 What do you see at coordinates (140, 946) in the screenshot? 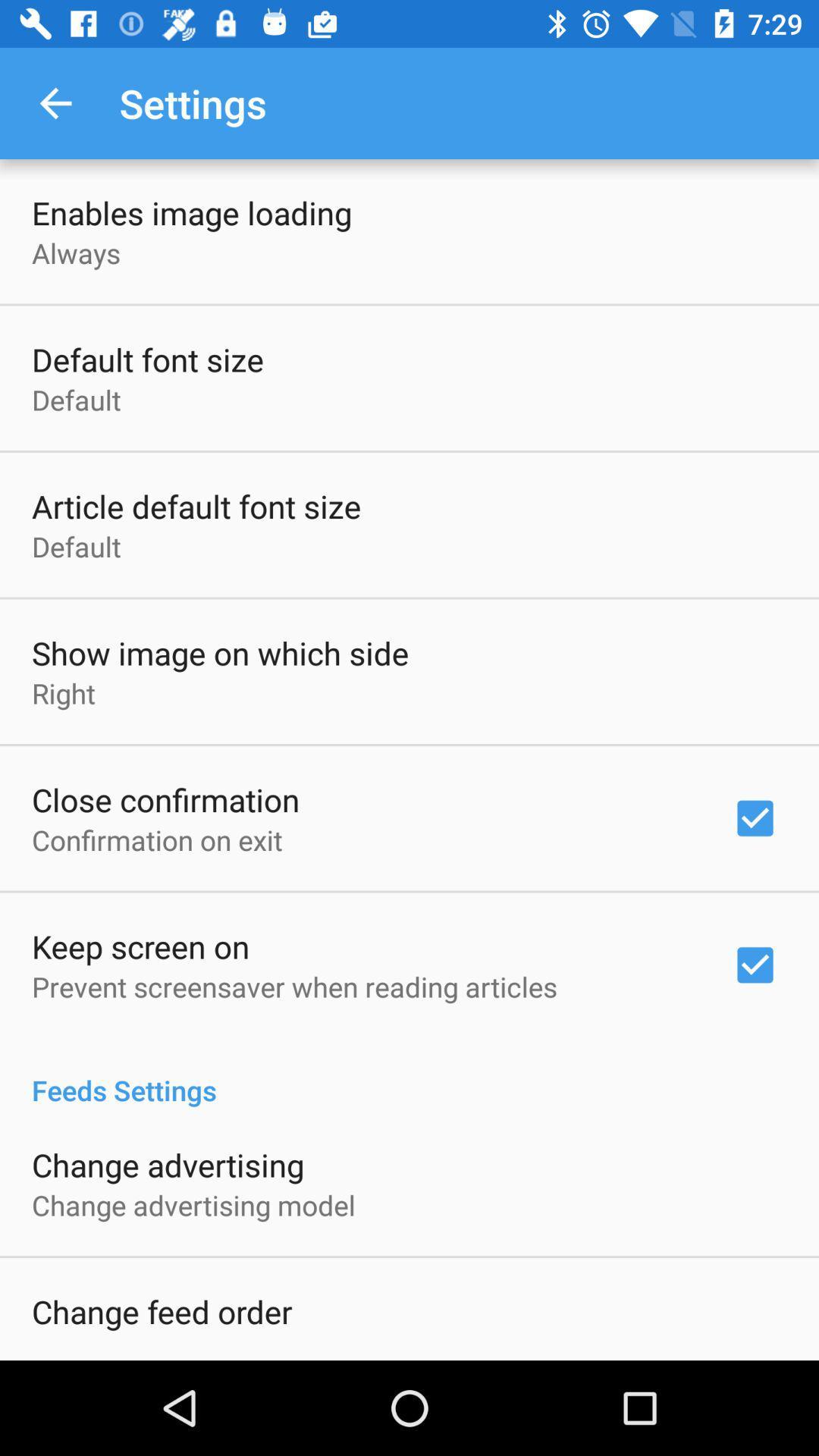
I see `item above the prevent screensaver when item` at bounding box center [140, 946].